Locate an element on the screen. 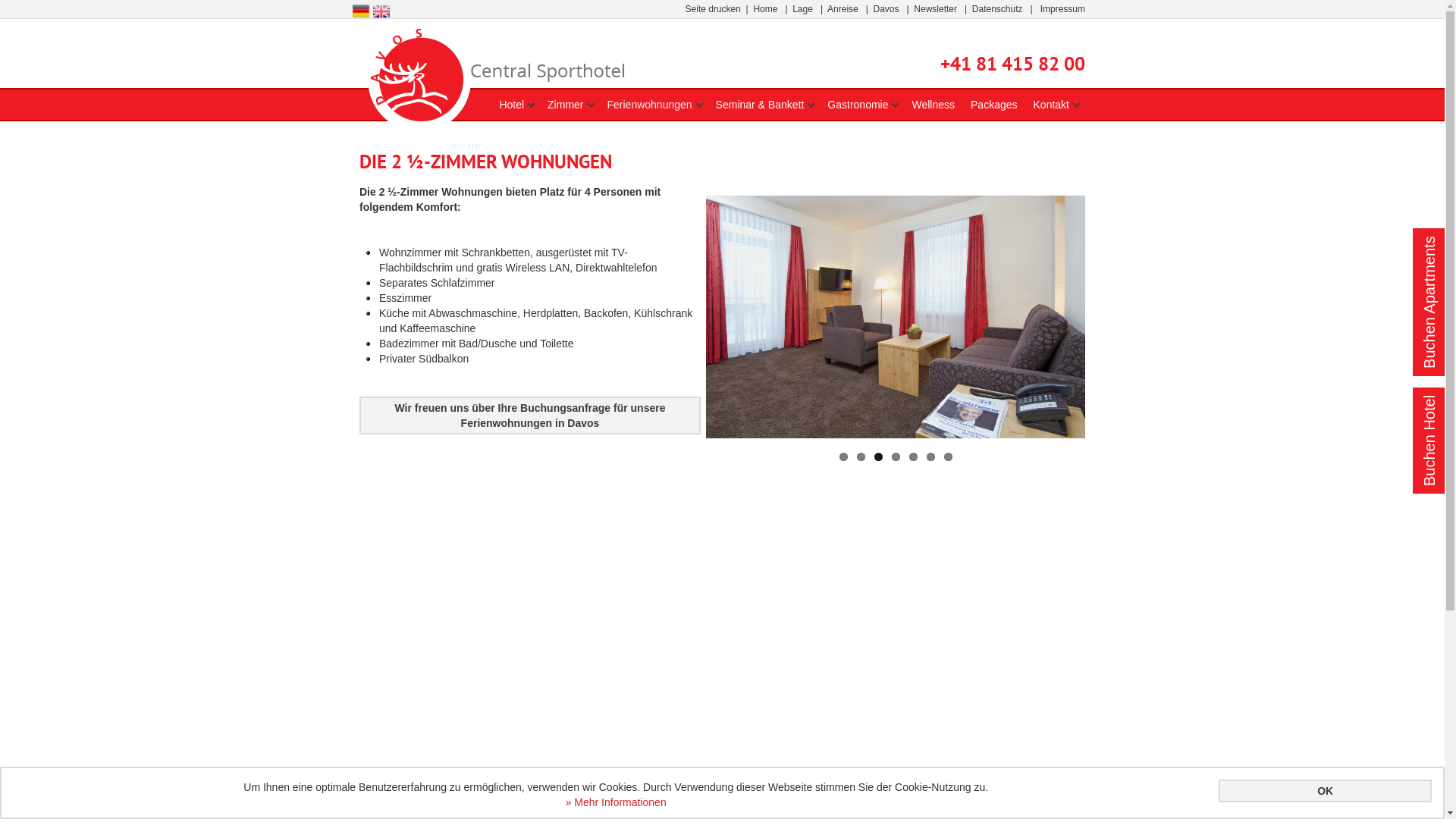  'de' is located at coordinates (351, 11).